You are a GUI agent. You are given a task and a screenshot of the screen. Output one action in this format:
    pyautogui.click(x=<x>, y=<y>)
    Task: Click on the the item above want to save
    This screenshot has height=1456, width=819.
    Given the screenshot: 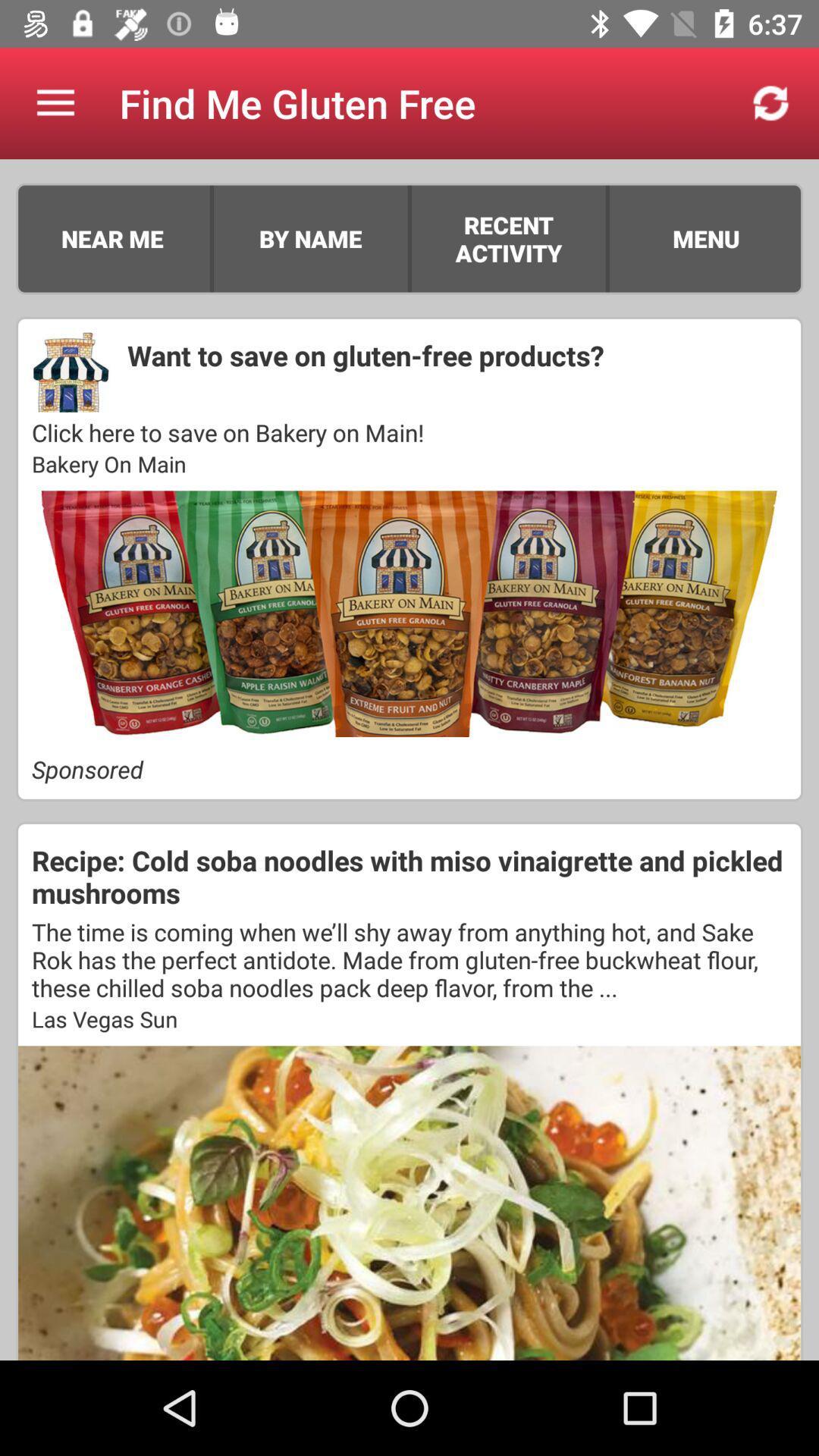 What is the action you would take?
    pyautogui.click(x=607, y=238)
    